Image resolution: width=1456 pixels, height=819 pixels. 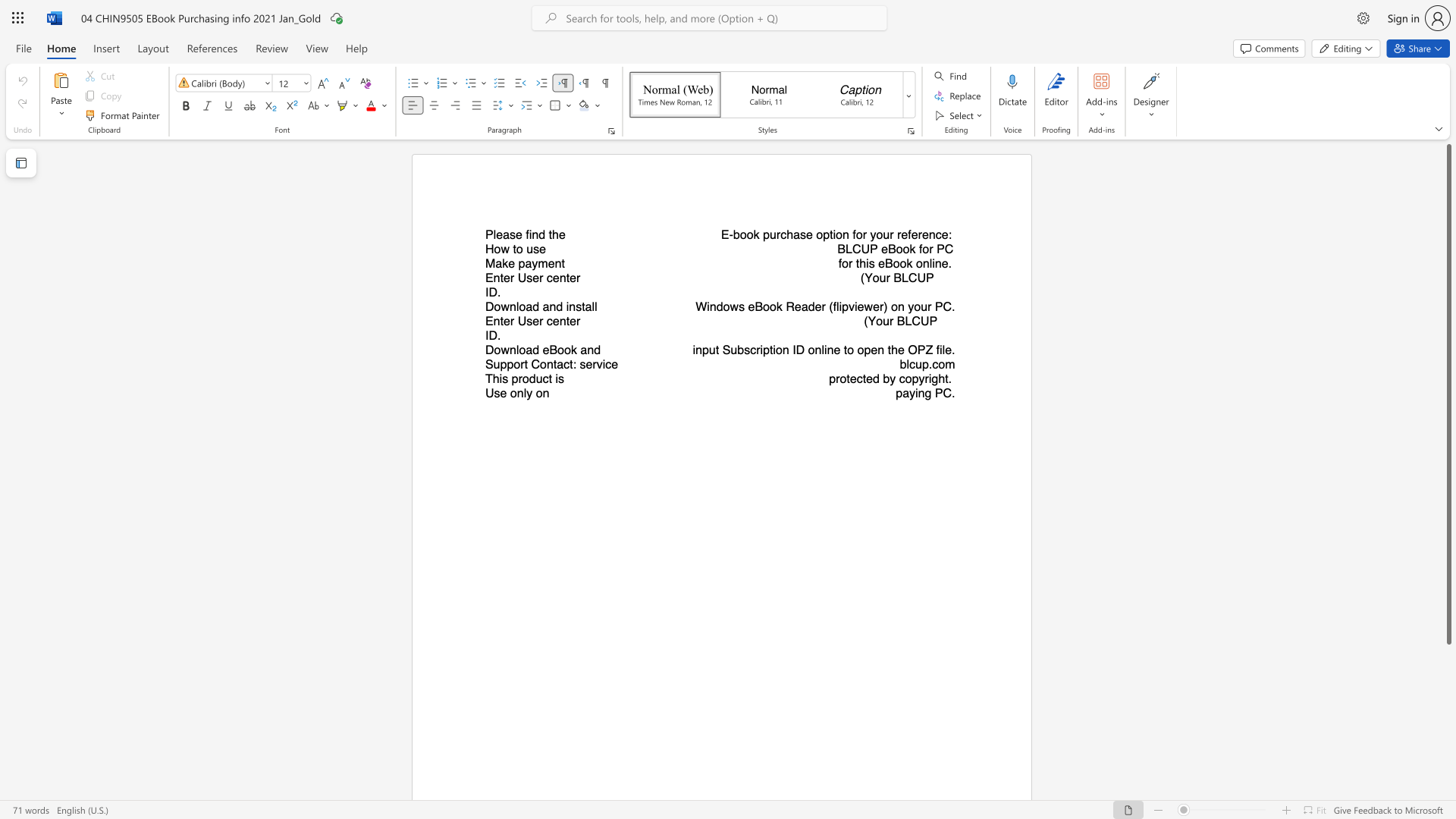 I want to click on the subset text "er" within the text "Enter User center", so click(x=569, y=320).